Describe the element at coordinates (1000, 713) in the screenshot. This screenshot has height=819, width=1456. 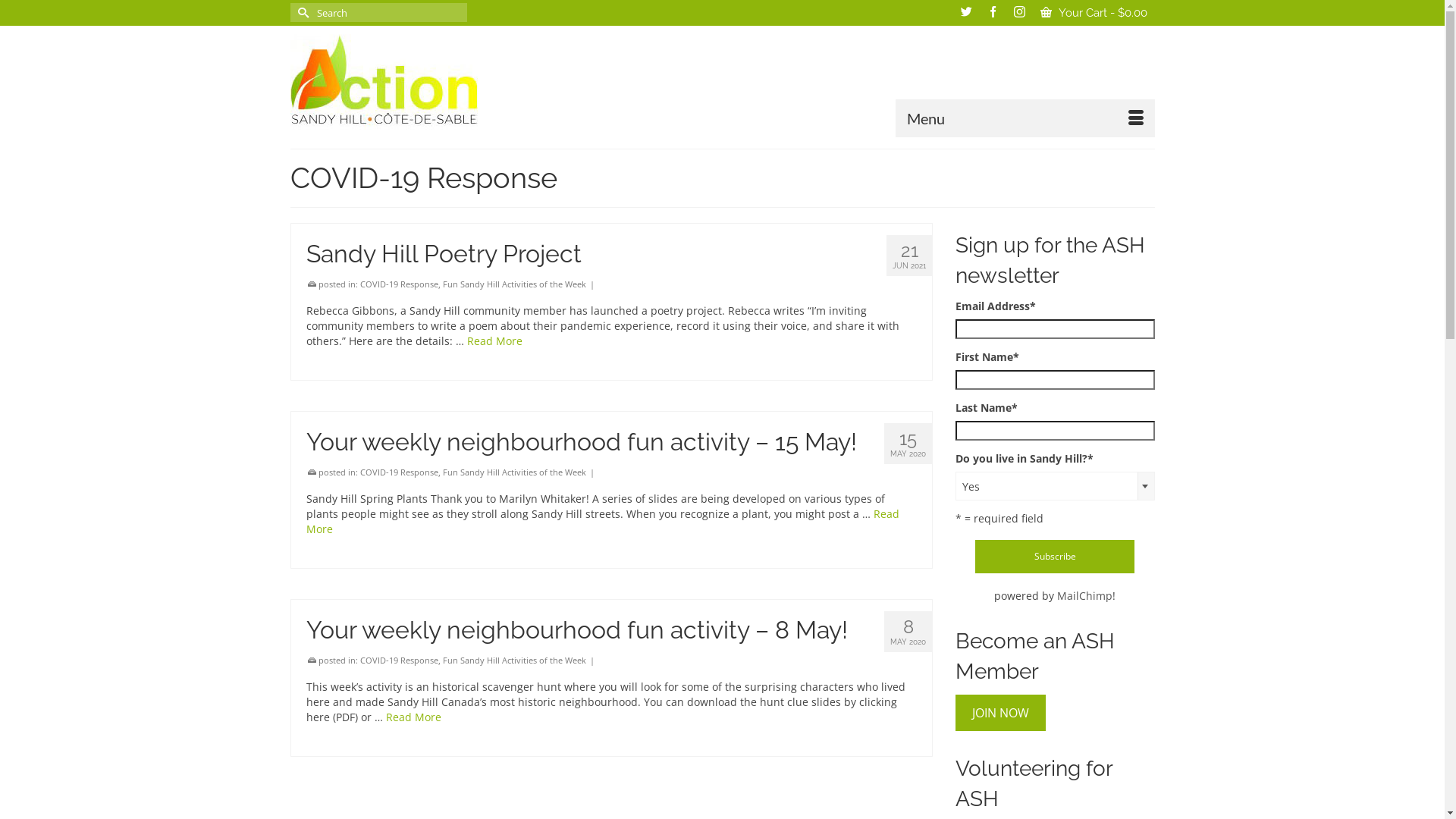
I see `'JOIN NOW'` at that location.